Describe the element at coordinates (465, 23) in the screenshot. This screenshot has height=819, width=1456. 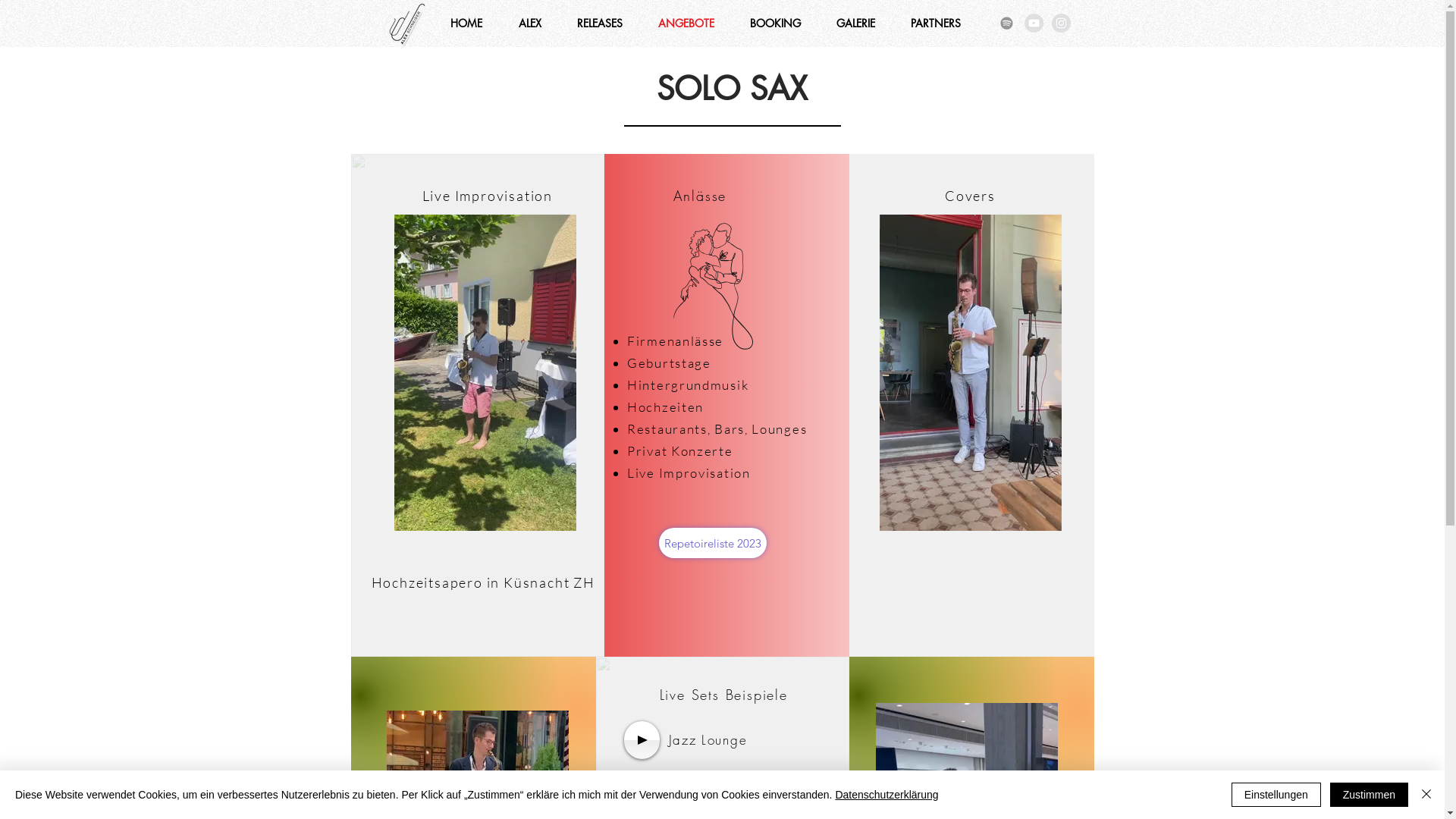
I see `'HOME'` at that location.